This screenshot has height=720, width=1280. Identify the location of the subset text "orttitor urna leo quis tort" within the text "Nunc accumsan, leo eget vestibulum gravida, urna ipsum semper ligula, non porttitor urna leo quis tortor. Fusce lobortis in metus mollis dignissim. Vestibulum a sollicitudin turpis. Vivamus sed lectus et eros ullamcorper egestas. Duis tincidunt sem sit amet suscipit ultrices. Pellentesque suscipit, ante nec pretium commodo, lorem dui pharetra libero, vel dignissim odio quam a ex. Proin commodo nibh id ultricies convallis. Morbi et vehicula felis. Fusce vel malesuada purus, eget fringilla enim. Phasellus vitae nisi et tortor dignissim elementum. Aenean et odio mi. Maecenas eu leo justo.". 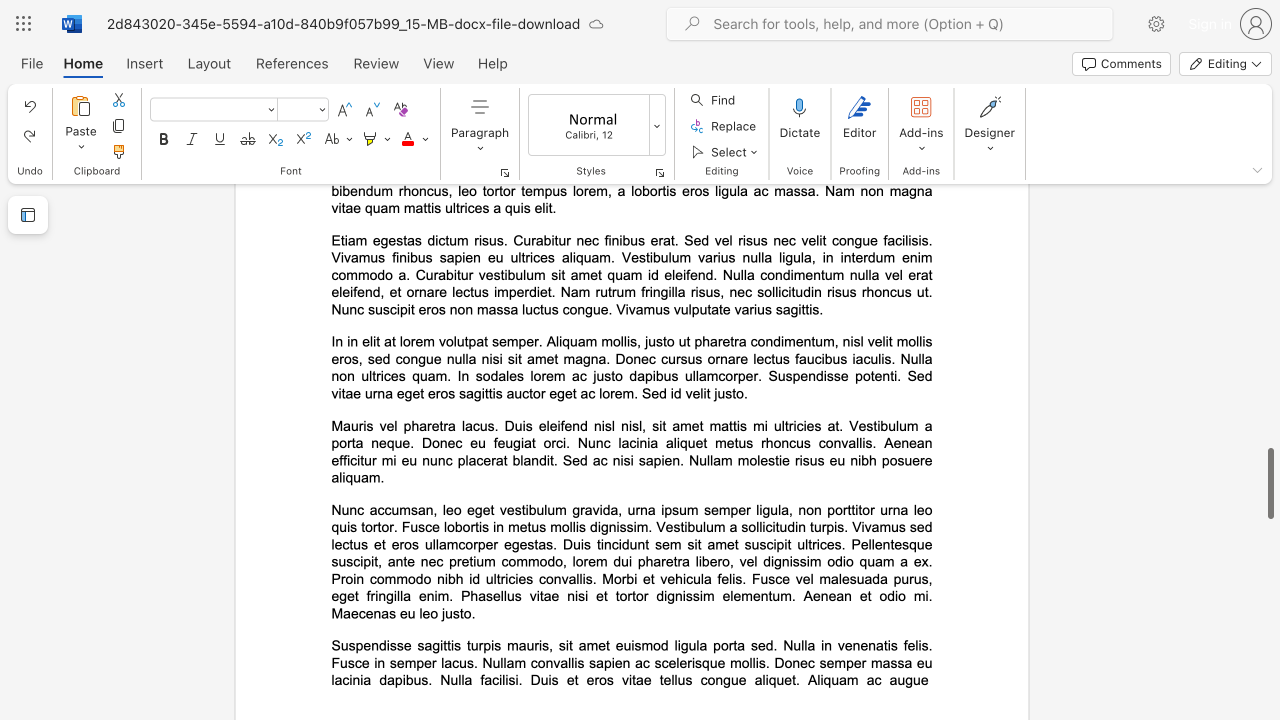
(835, 509).